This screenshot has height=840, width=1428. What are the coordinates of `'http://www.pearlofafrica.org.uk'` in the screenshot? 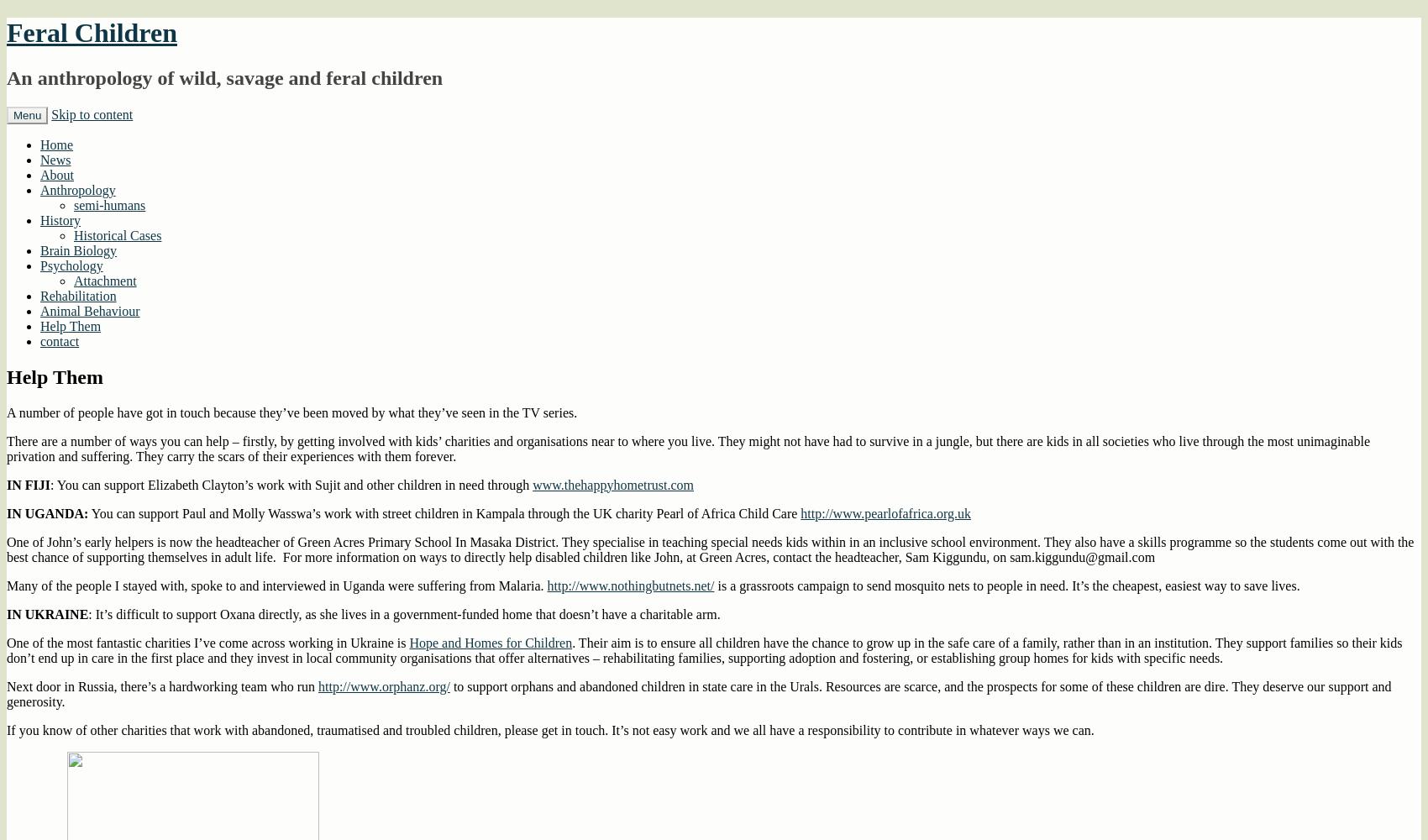 It's located at (801, 512).